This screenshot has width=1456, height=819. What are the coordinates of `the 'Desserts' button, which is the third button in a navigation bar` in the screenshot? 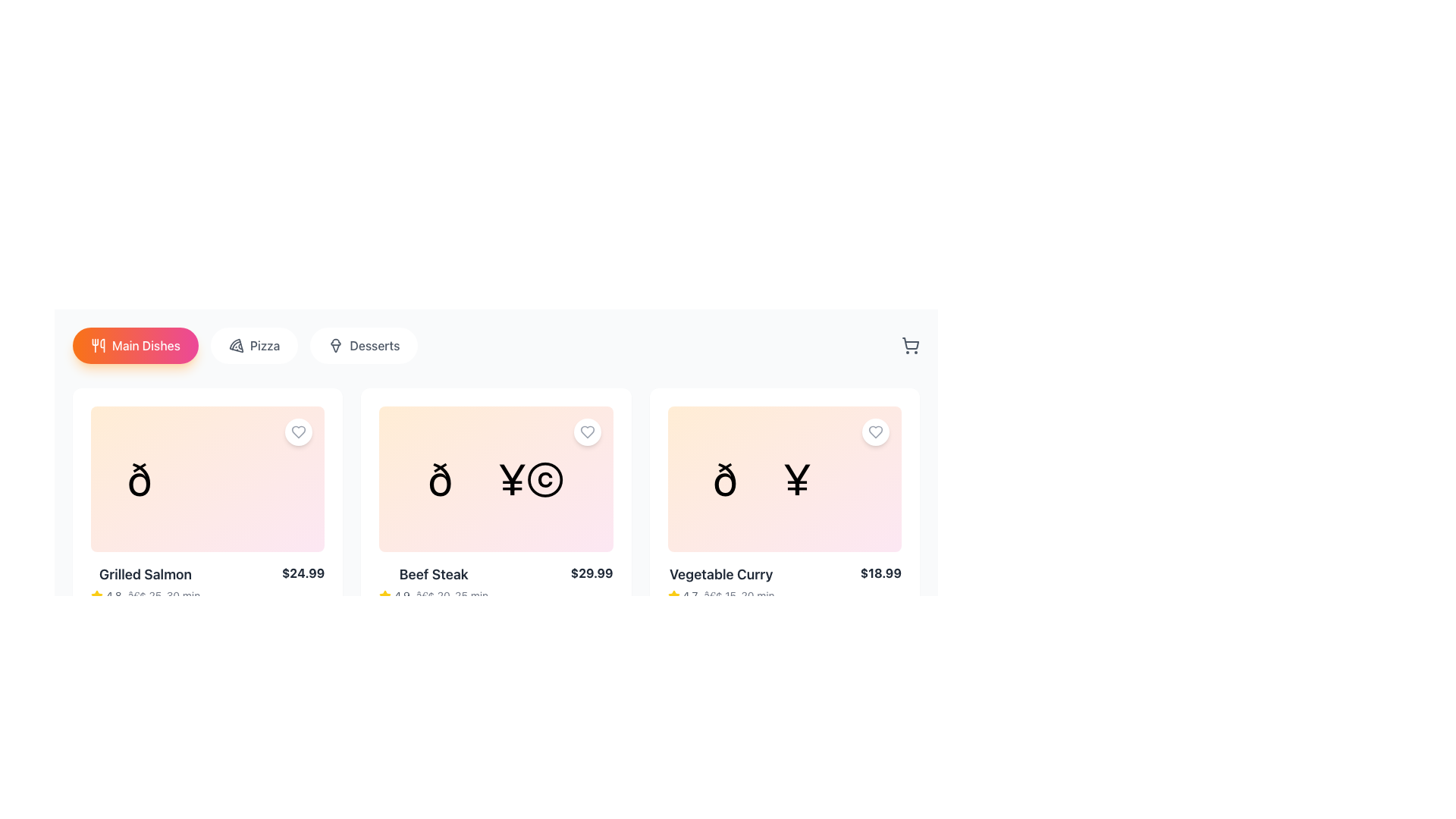 It's located at (364, 345).